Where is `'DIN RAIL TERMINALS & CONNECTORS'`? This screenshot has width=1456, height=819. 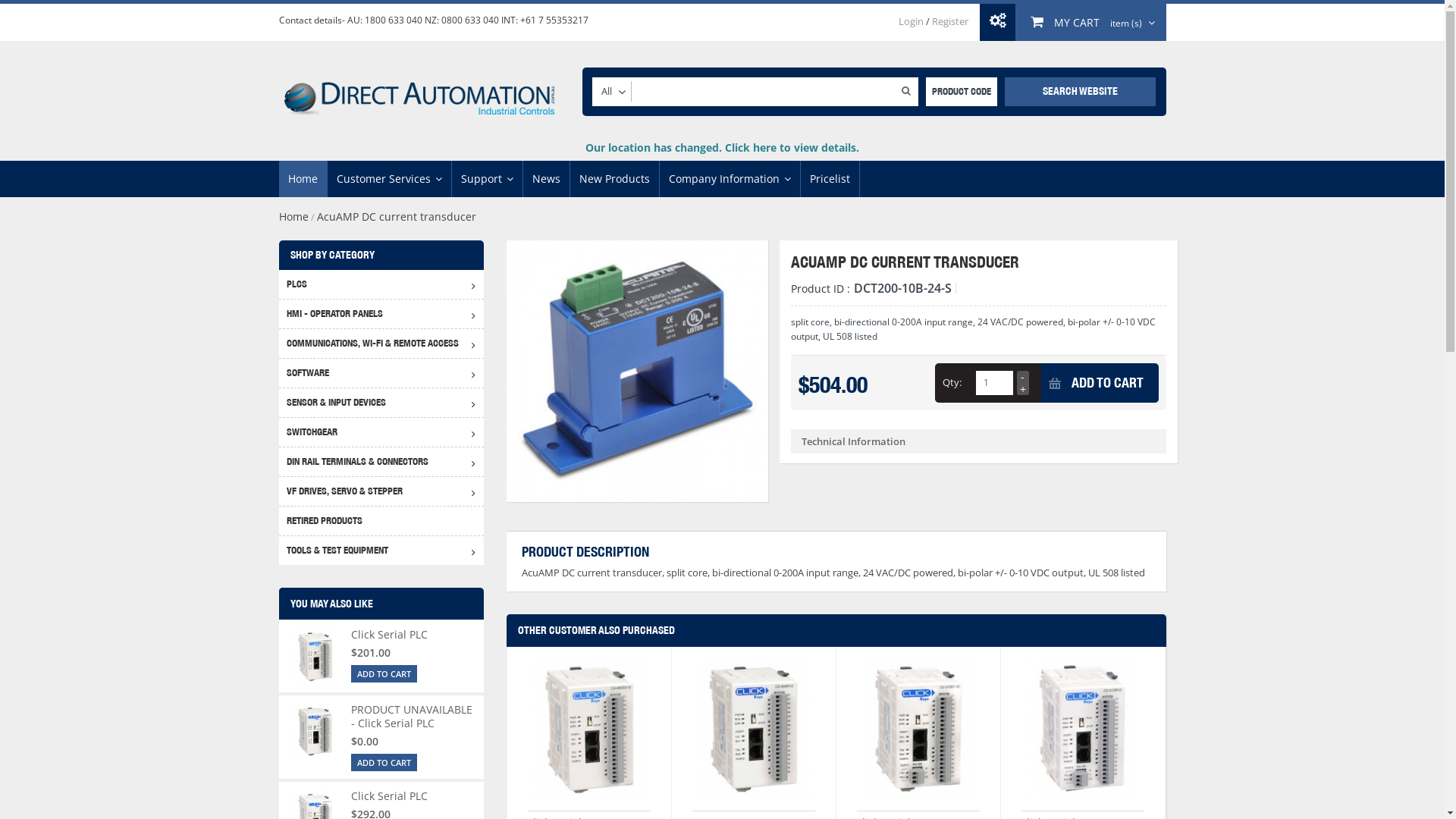
'DIN RAIL TERMINALS & CONNECTORS' is located at coordinates (381, 460).